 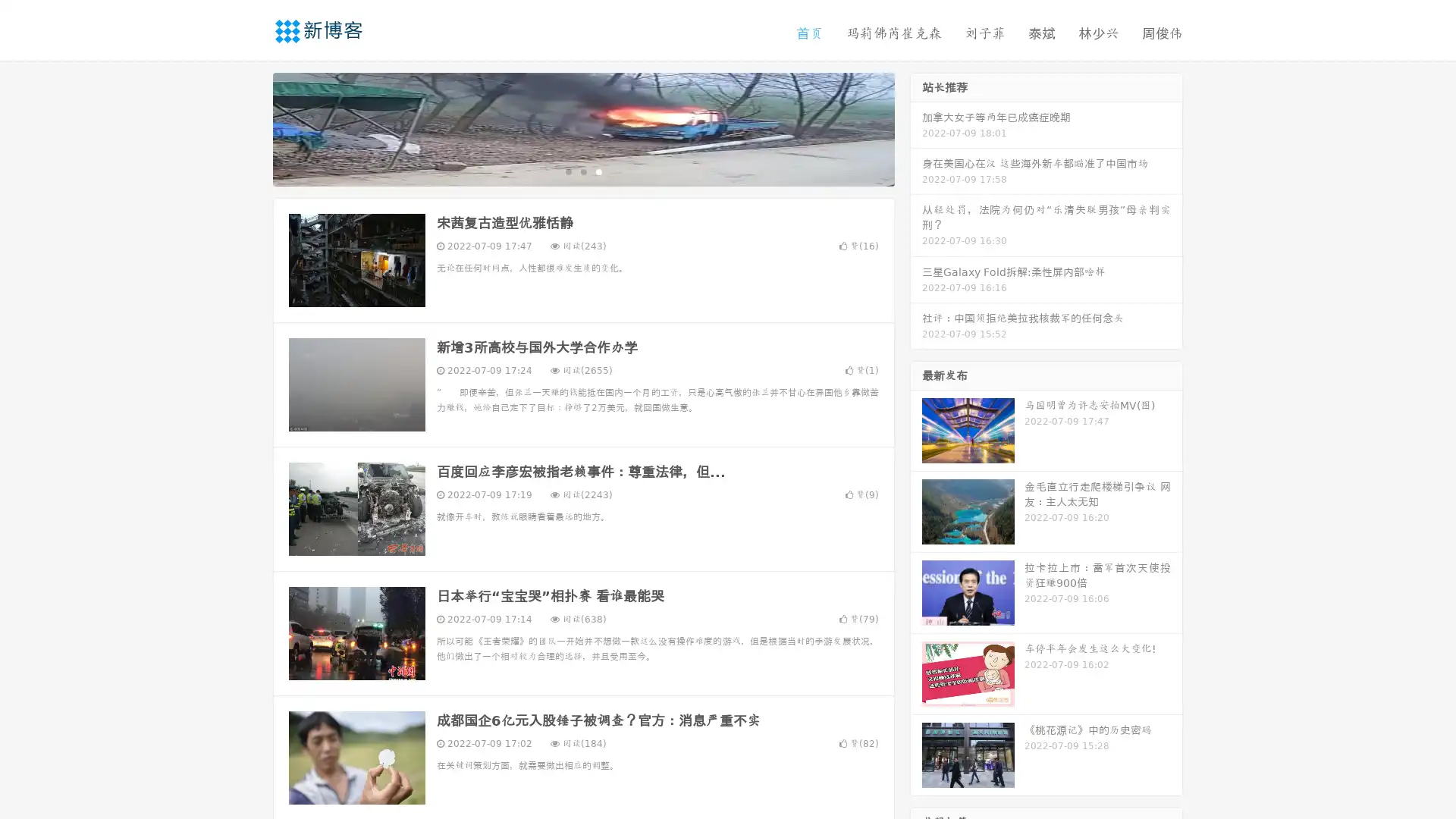 What do you see at coordinates (250, 127) in the screenshot?
I see `Previous slide` at bounding box center [250, 127].